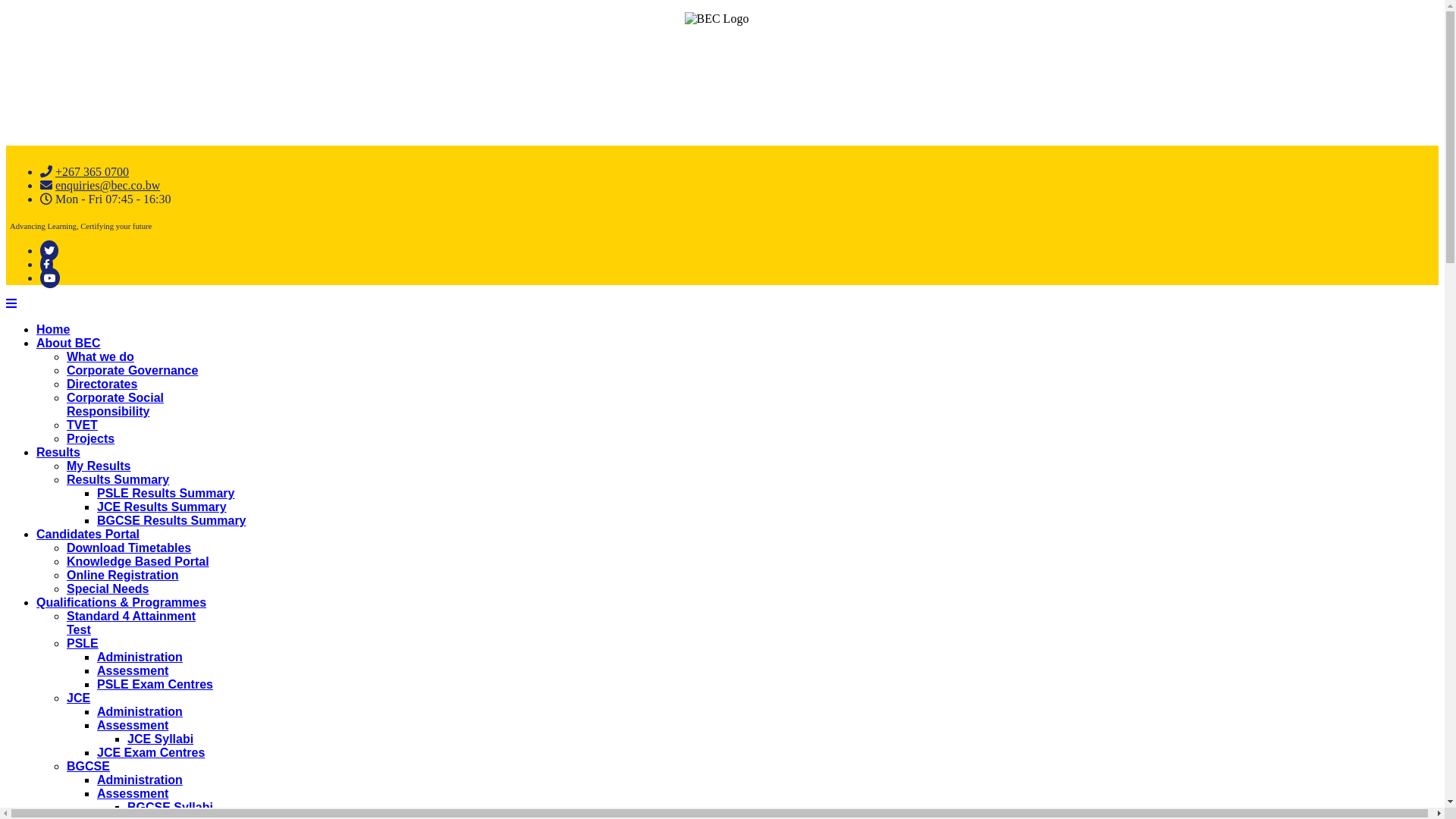  I want to click on 'Candidates Portal', so click(86, 533).